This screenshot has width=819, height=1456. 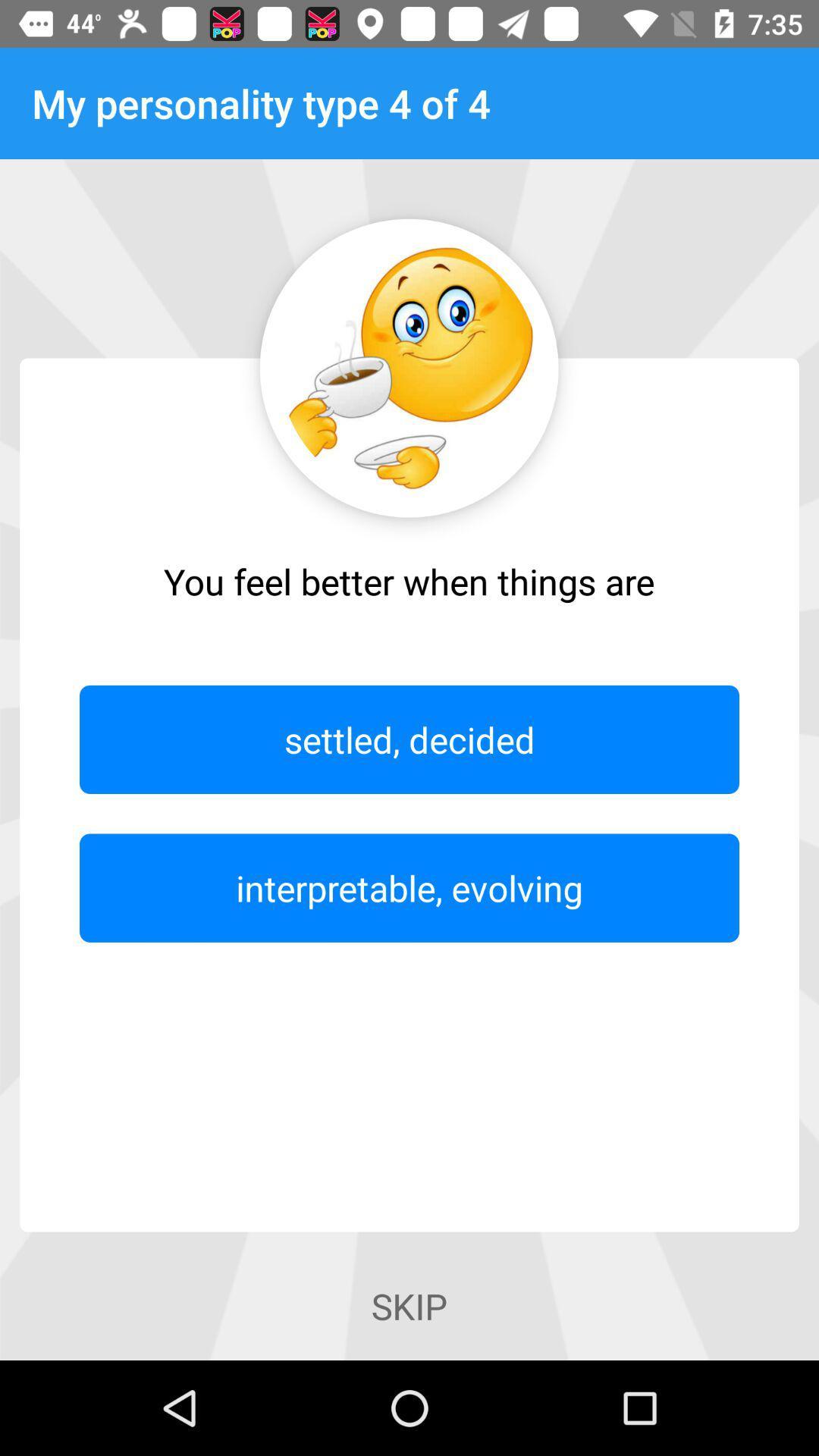 I want to click on interpretable, evolving item, so click(x=409, y=888).